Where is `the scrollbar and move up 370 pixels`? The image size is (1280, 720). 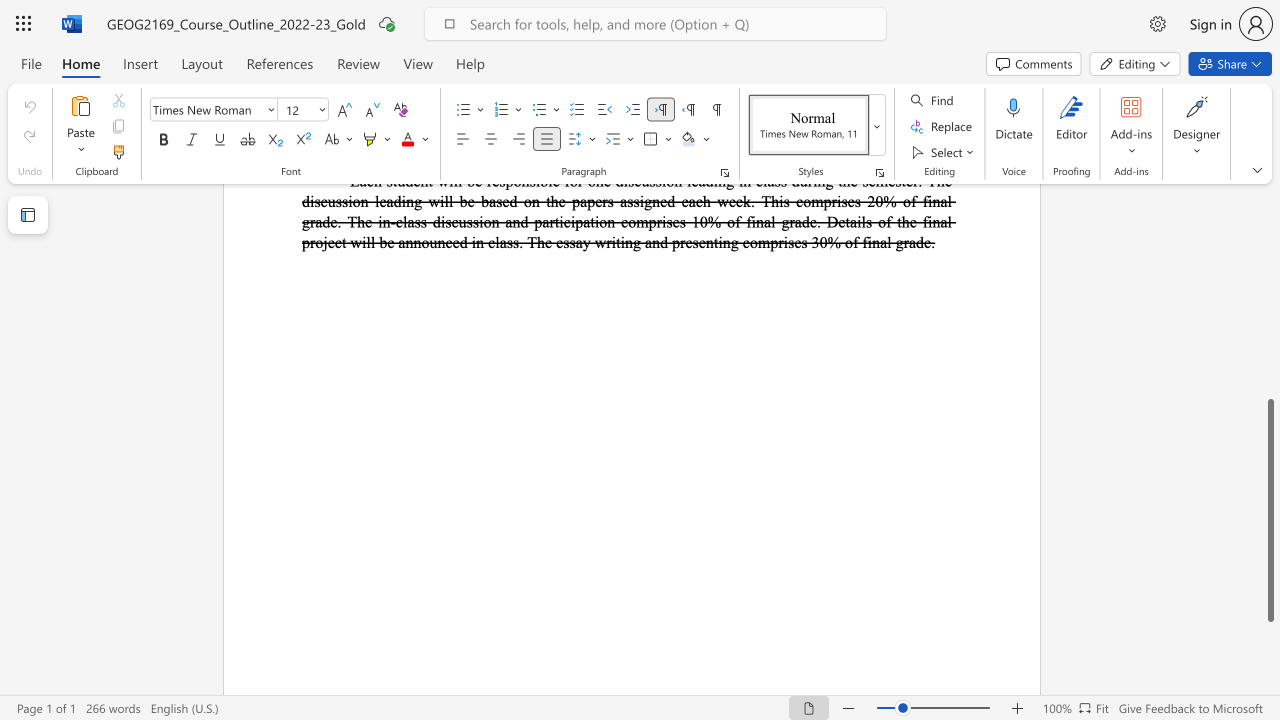
the scrollbar and move up 370 pixels is located at coordinates (1269, 509).